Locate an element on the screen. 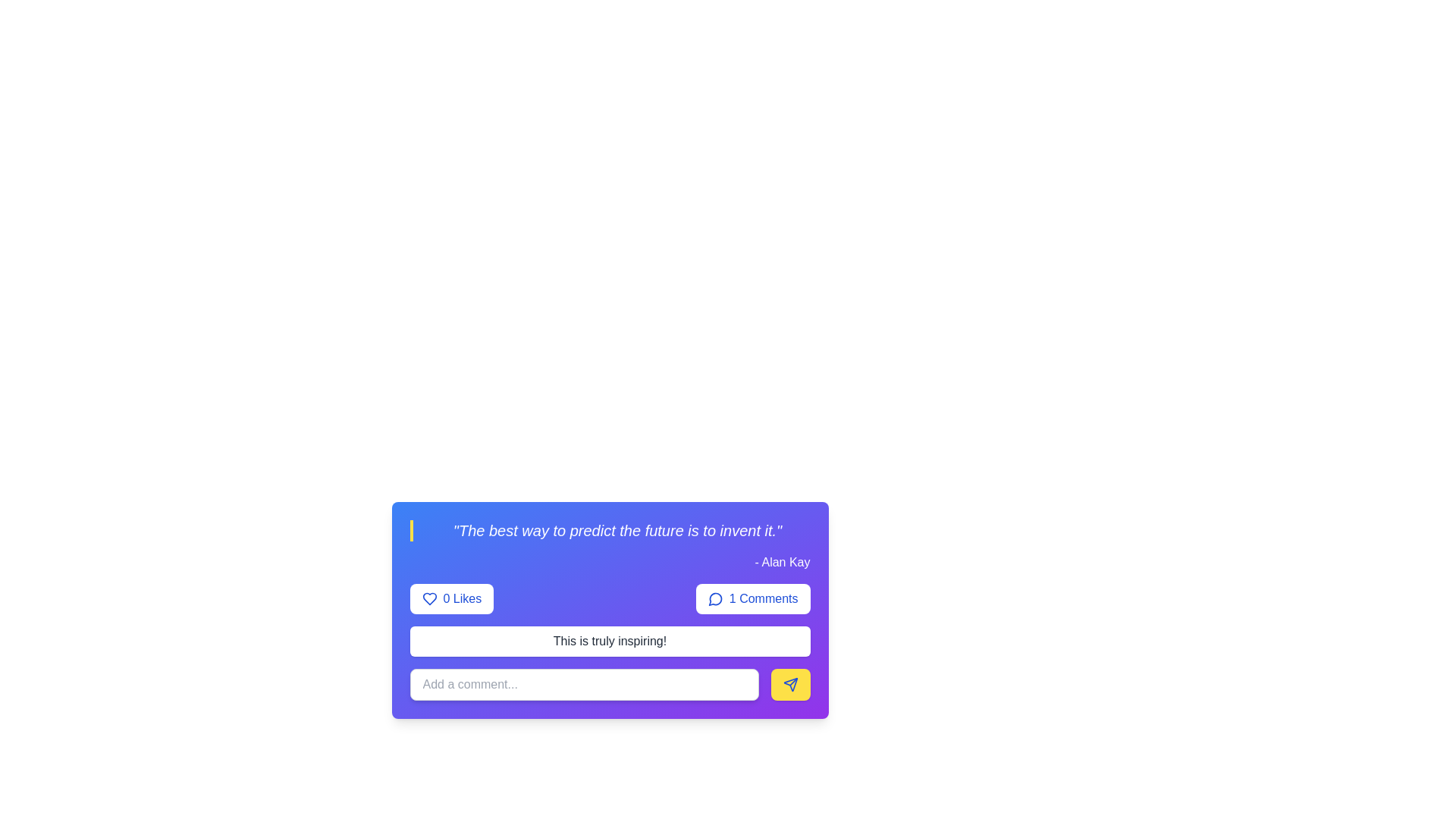 The height and width of the screenshot is (819, 1456). the text label that says 'This is truly inspiring!' located within a blue and purple gradient card, positioned below the '1 Comments' button and above the comment input field is located at coordinates (610, 641).